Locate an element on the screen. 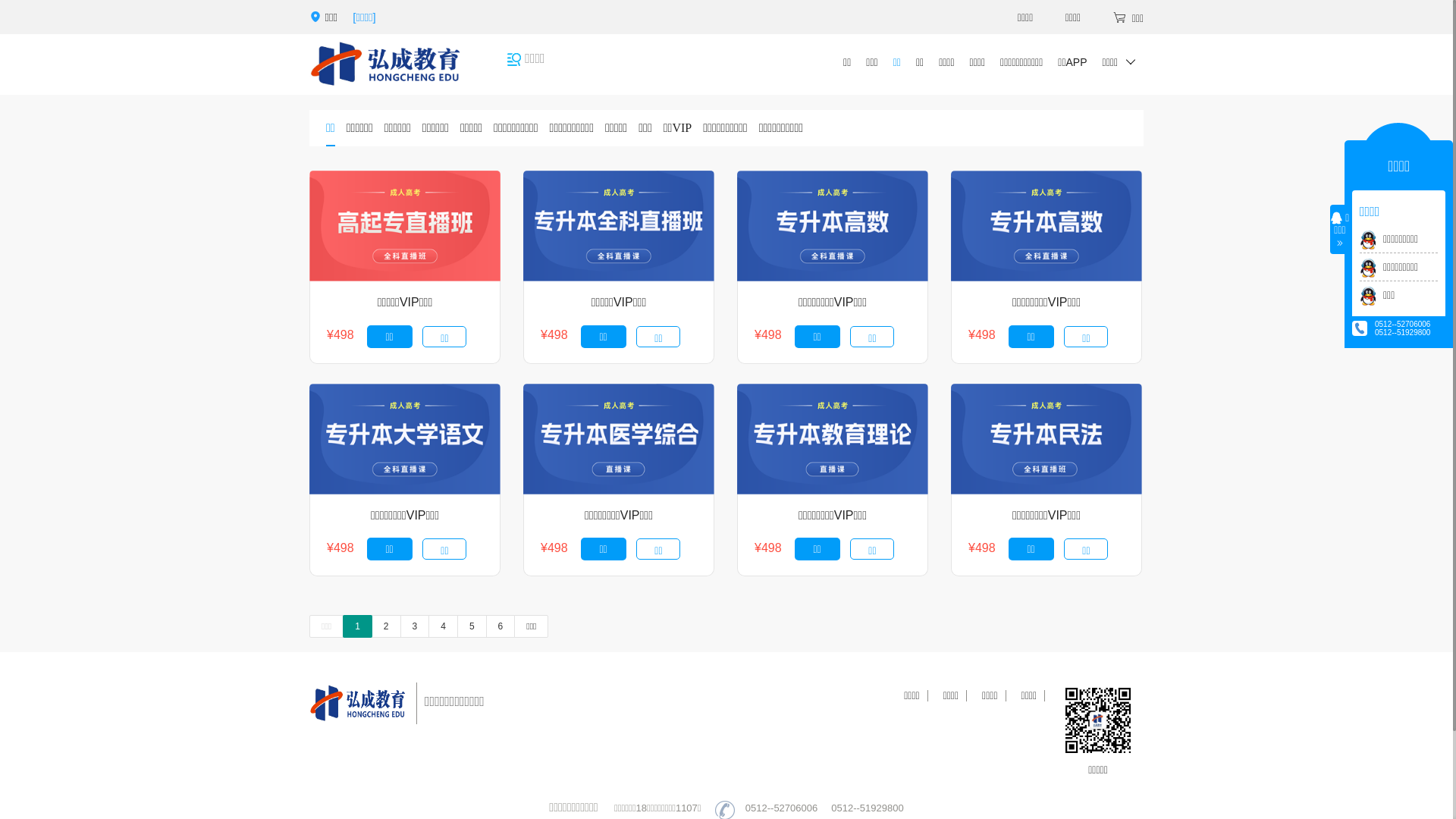 Image resolution: width=1456 pixels, height=819 pixels. '4' is located at coordinates (442, 626).